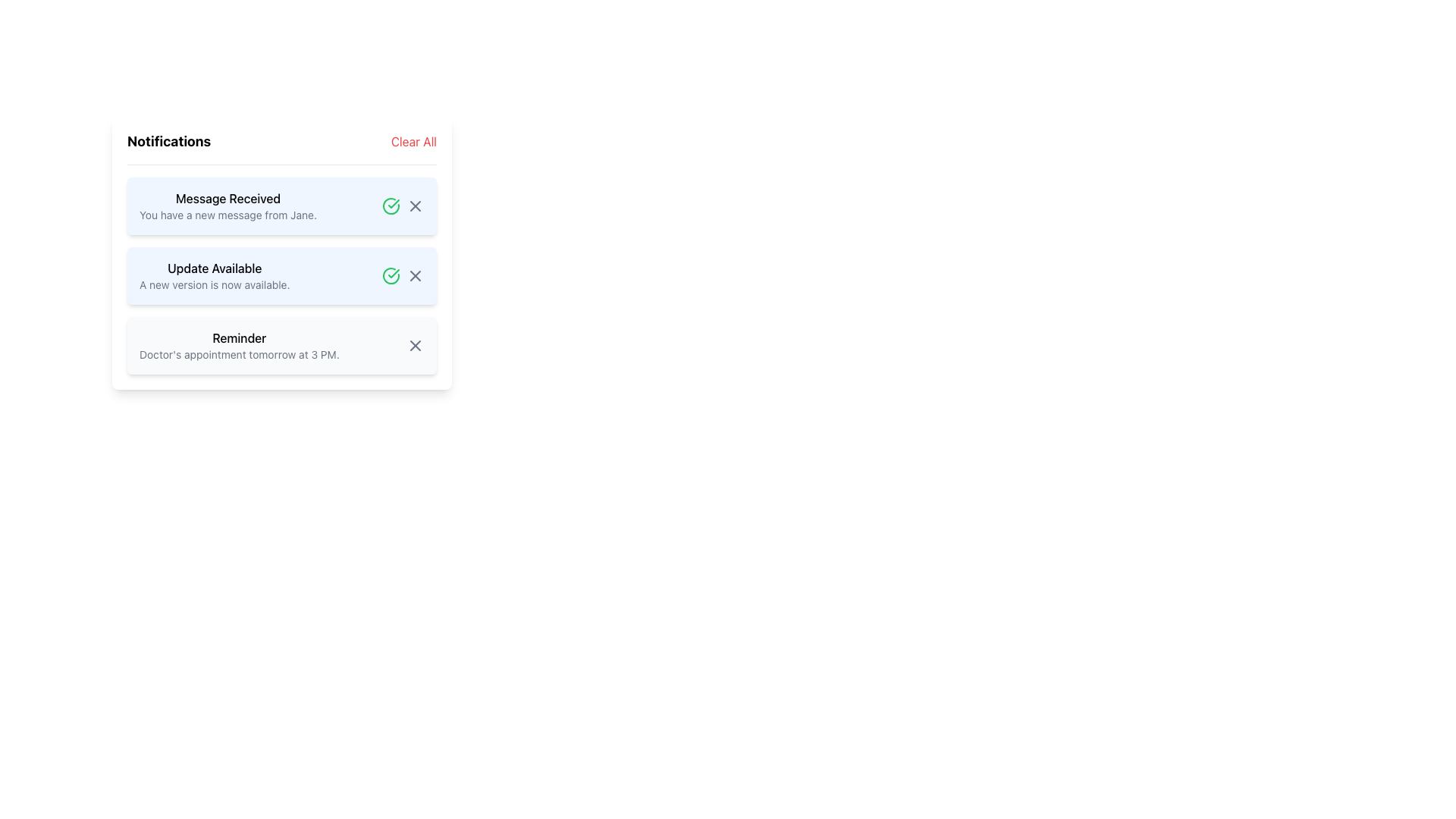  Describe the element at coordinates (403, 206) in the screenshot. I see `the grey cross icon within the notification card` at that location.